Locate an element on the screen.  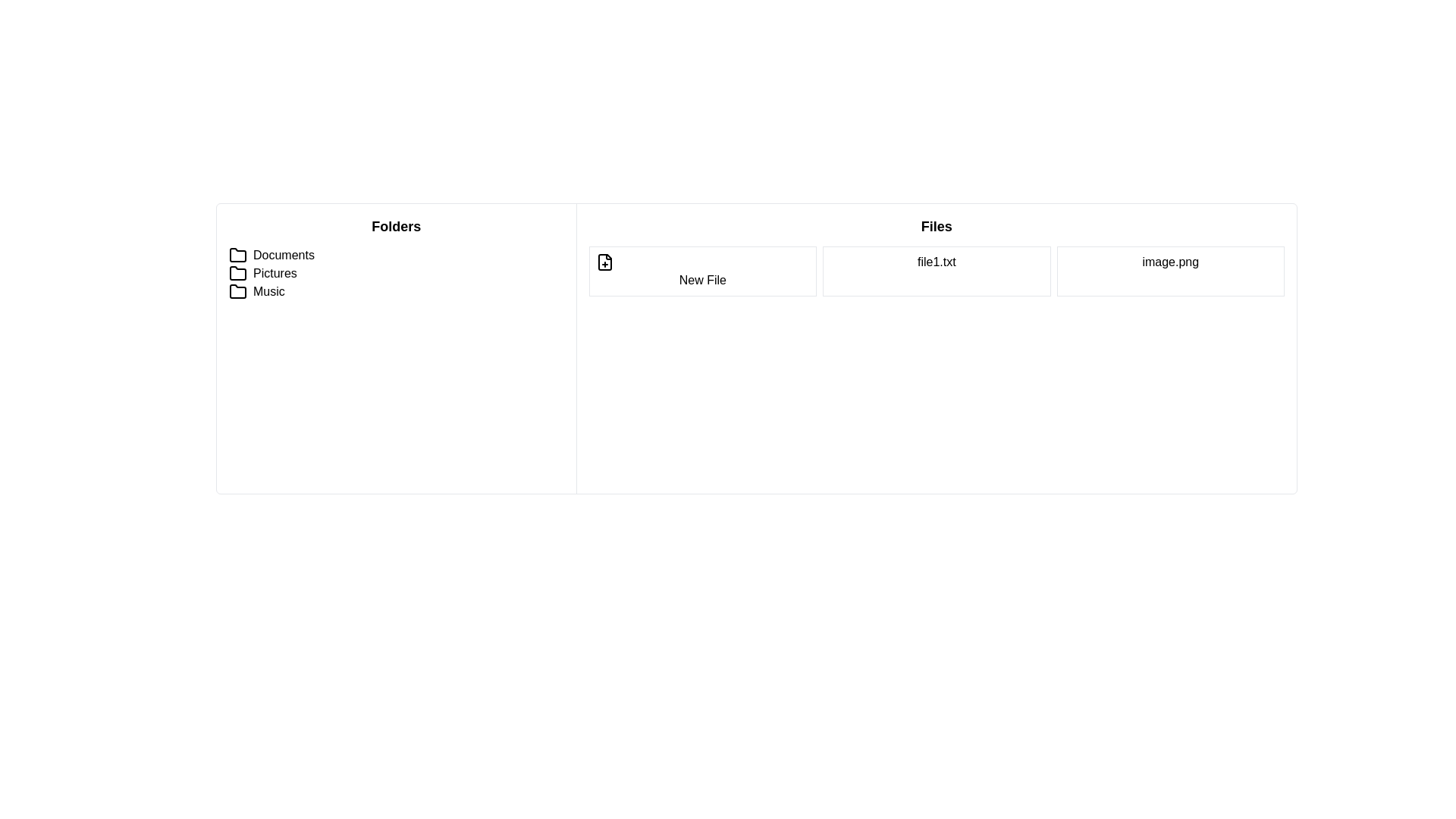
the folder icon, which resembles a minimalistic directory folder with a tab, located is located at coordinates (237, 254).